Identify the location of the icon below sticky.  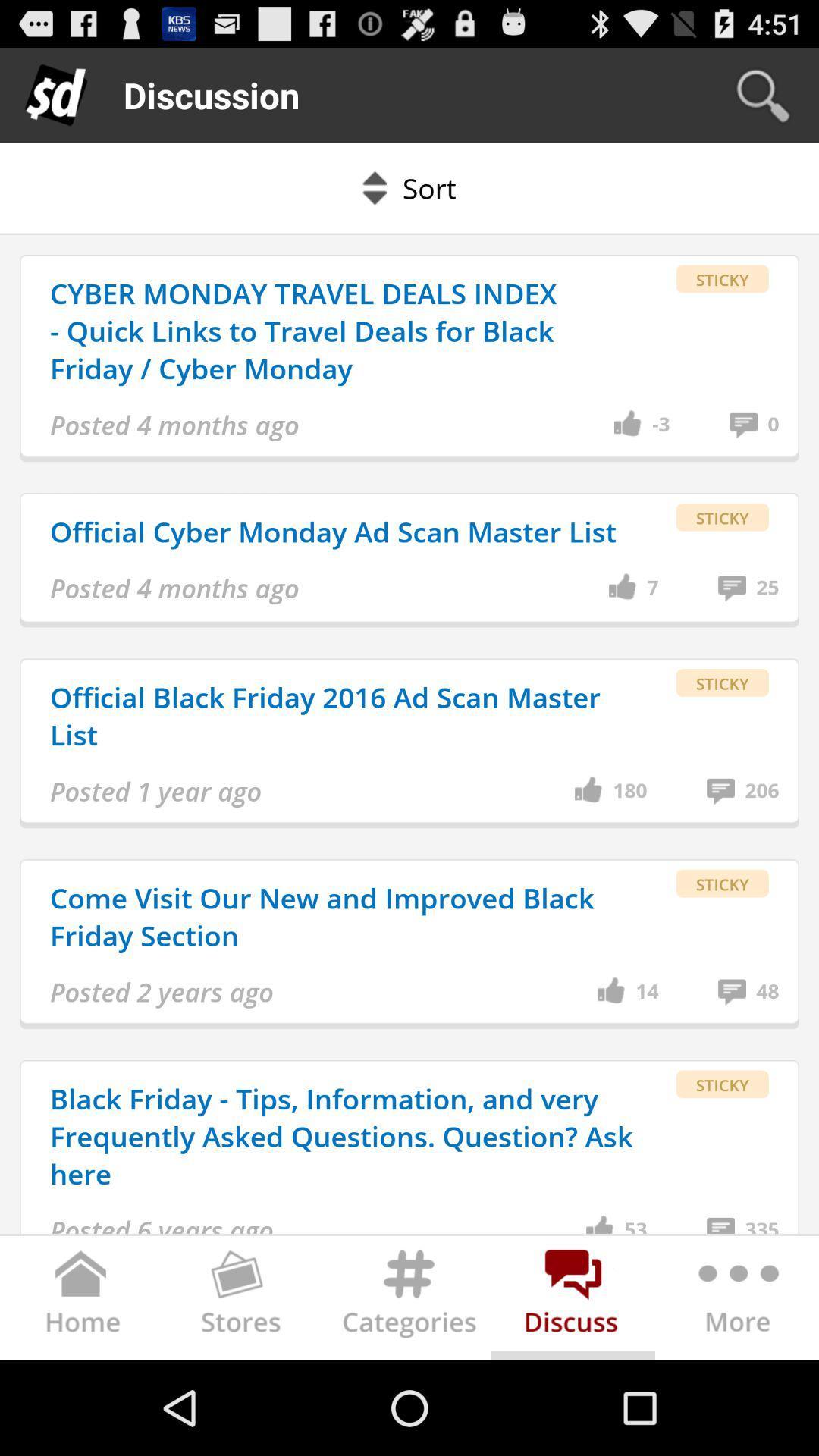
(762, 1224).